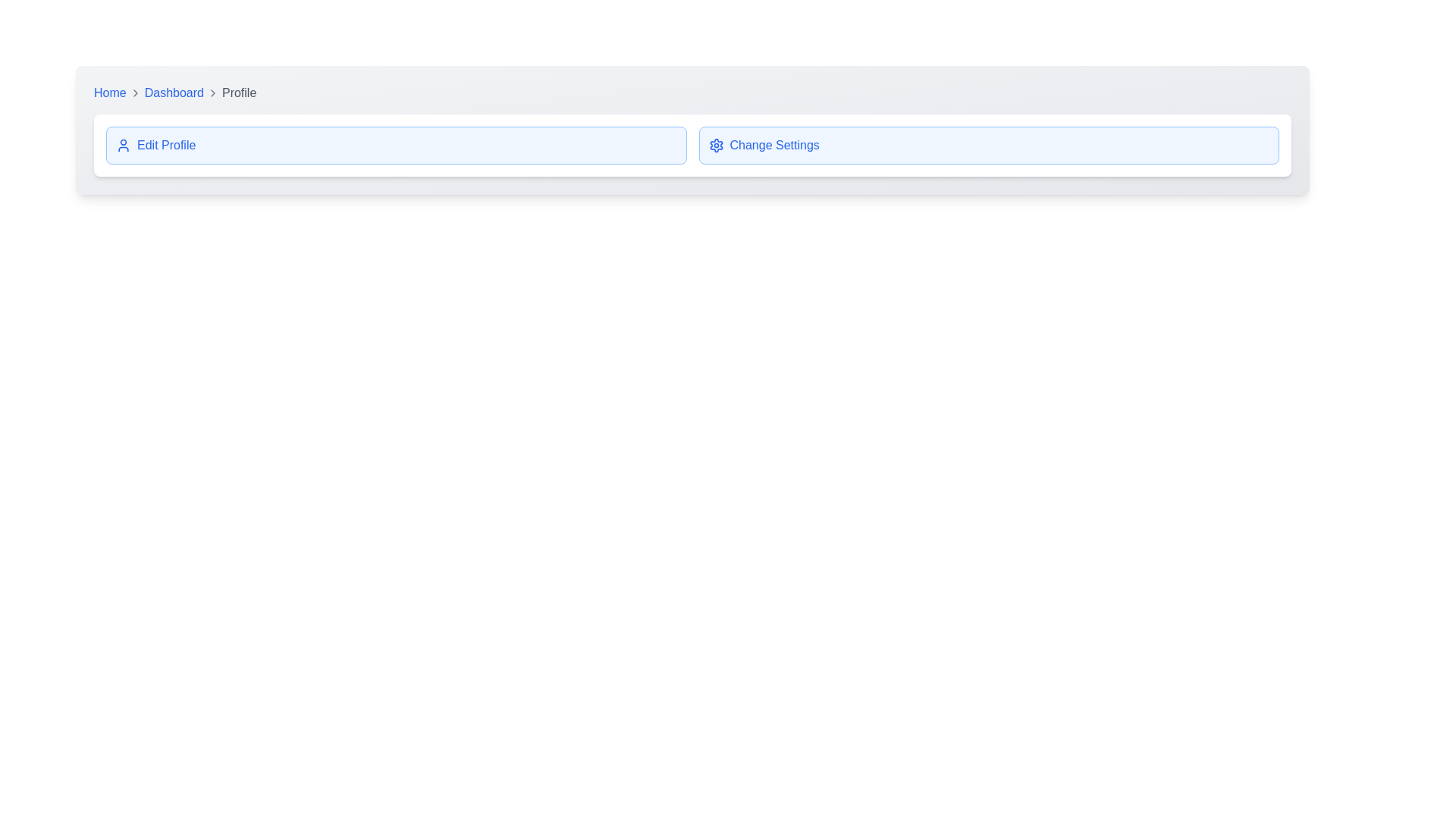 Image resolution: width=1456 pixels, height=819 pixels. What do you see at coordinates (774, 146) in the screenshot?
I see `the text label indicating an option or functionality related to changing settings, which is located within a blue-bordered rounded rectangular section on the right end of the interface` at bounding box center [774, 146].